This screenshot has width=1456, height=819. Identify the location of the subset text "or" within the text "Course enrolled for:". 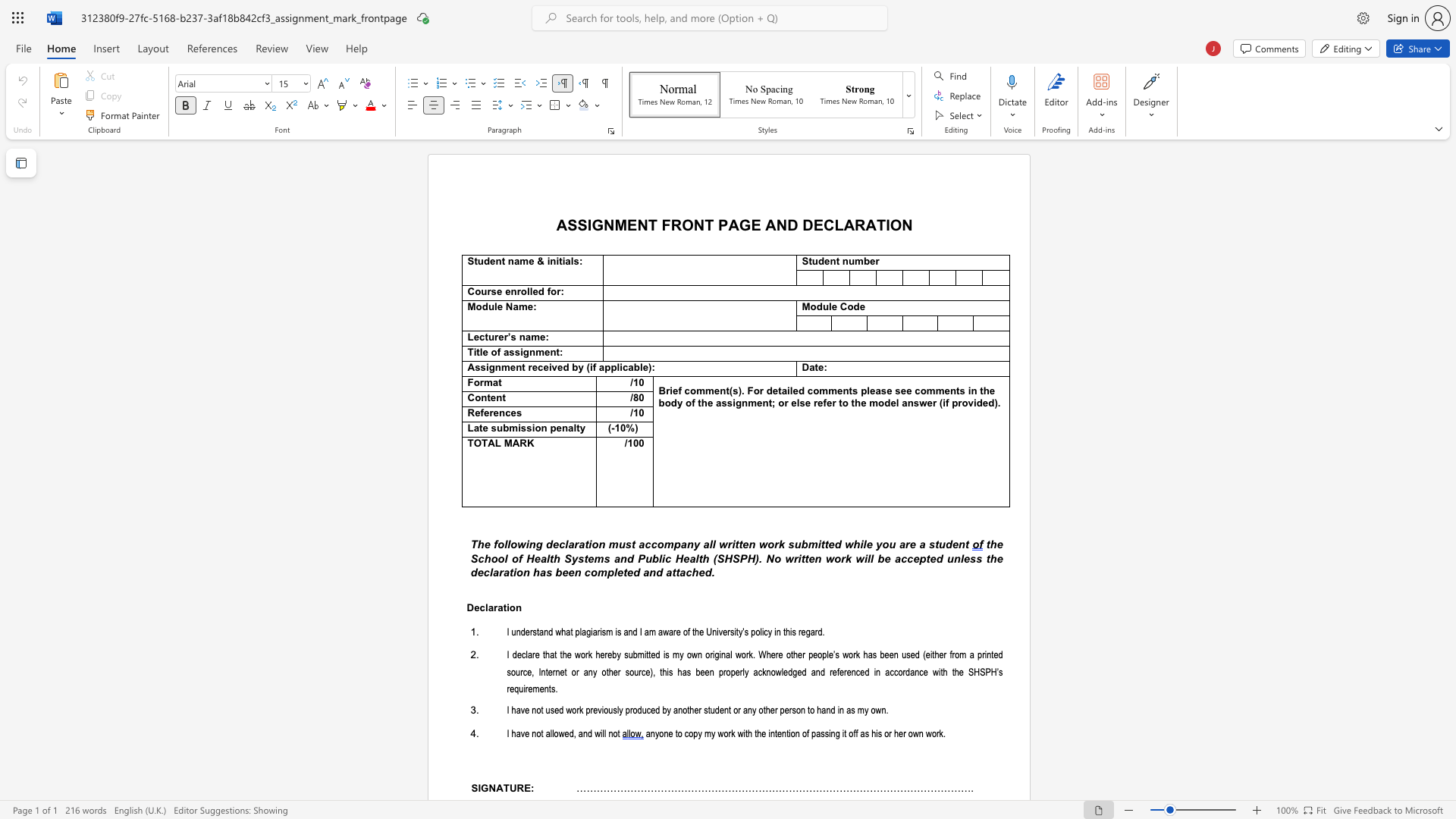
(550, 292).